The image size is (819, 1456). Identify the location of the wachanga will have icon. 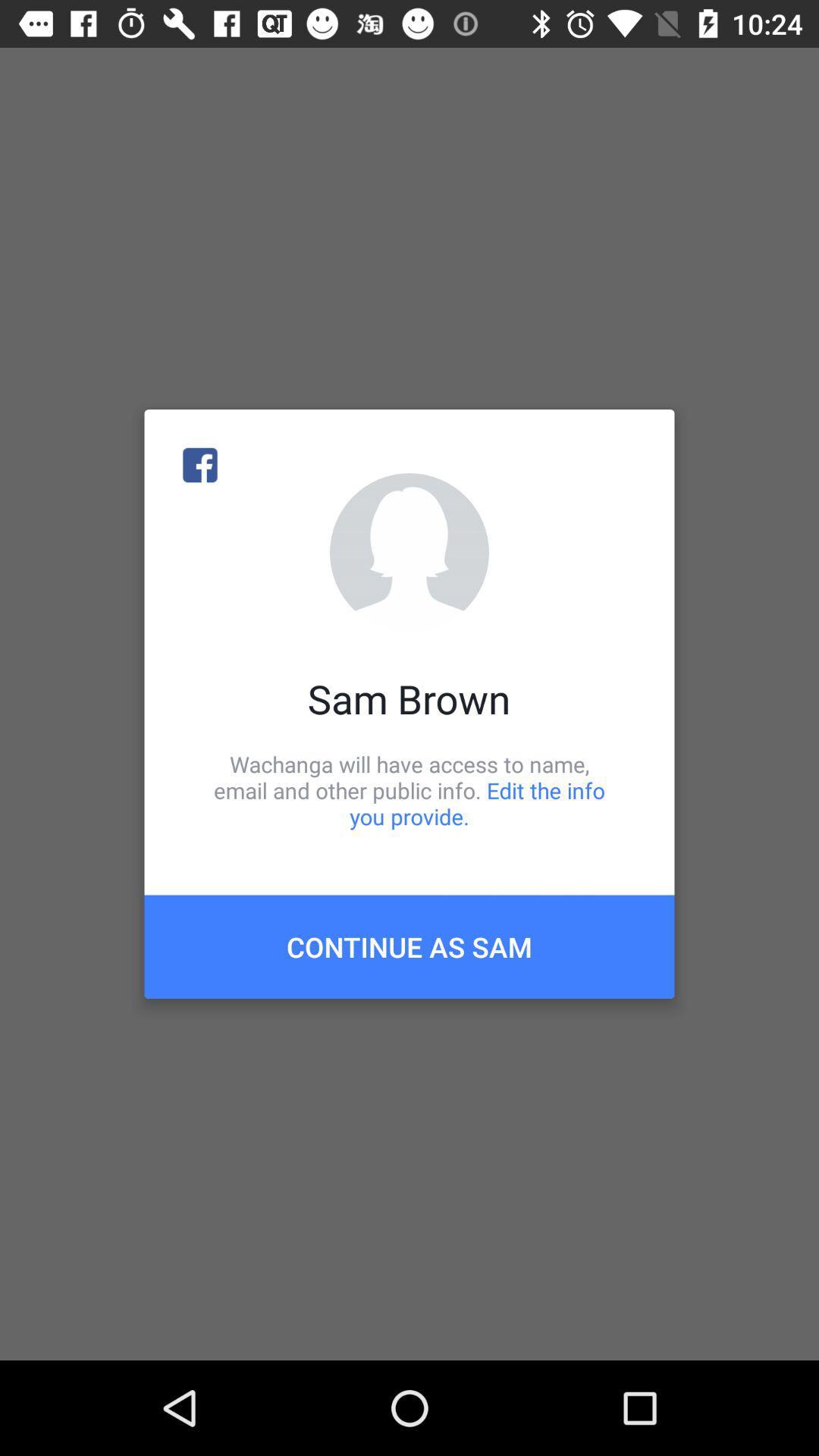
(409, 789).